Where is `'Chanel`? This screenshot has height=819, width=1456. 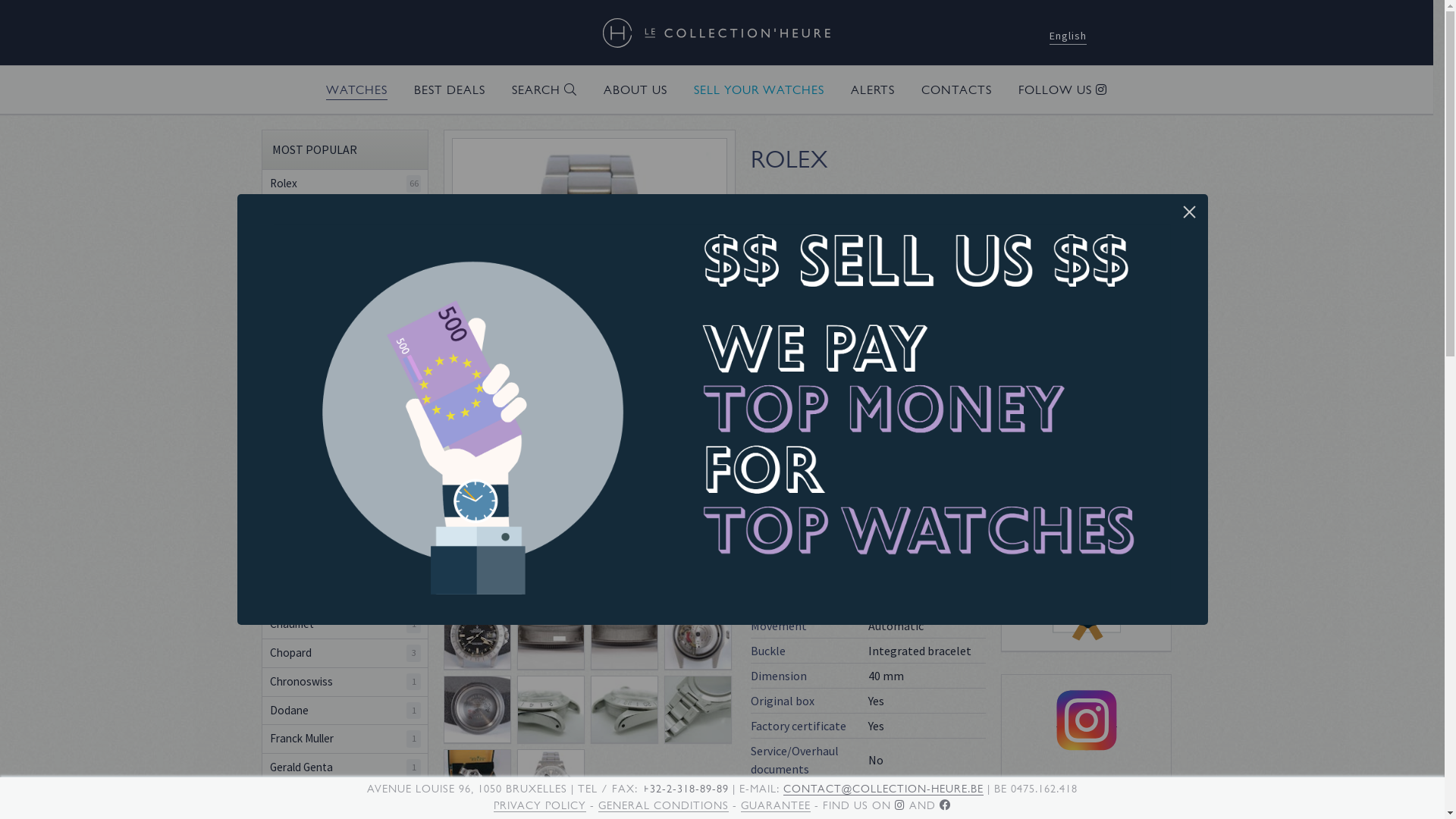
'Chanel is located at coordinates (344, 595).